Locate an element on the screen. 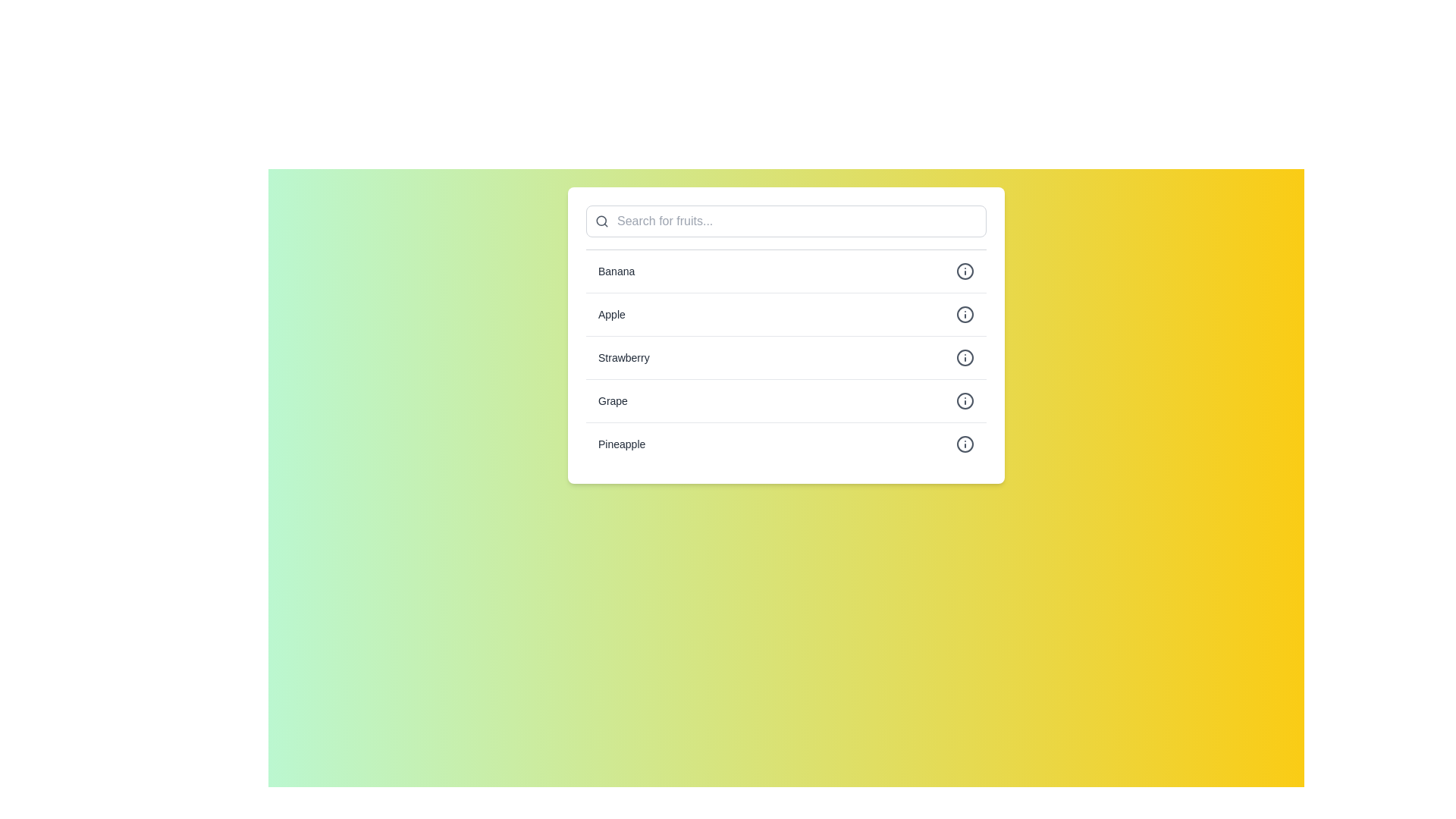  the circle SVG shape component that visually represents part of an SVG icon in the last row of the list, aligned with the label 'Pineapple' is located at coordinates (964, 444).